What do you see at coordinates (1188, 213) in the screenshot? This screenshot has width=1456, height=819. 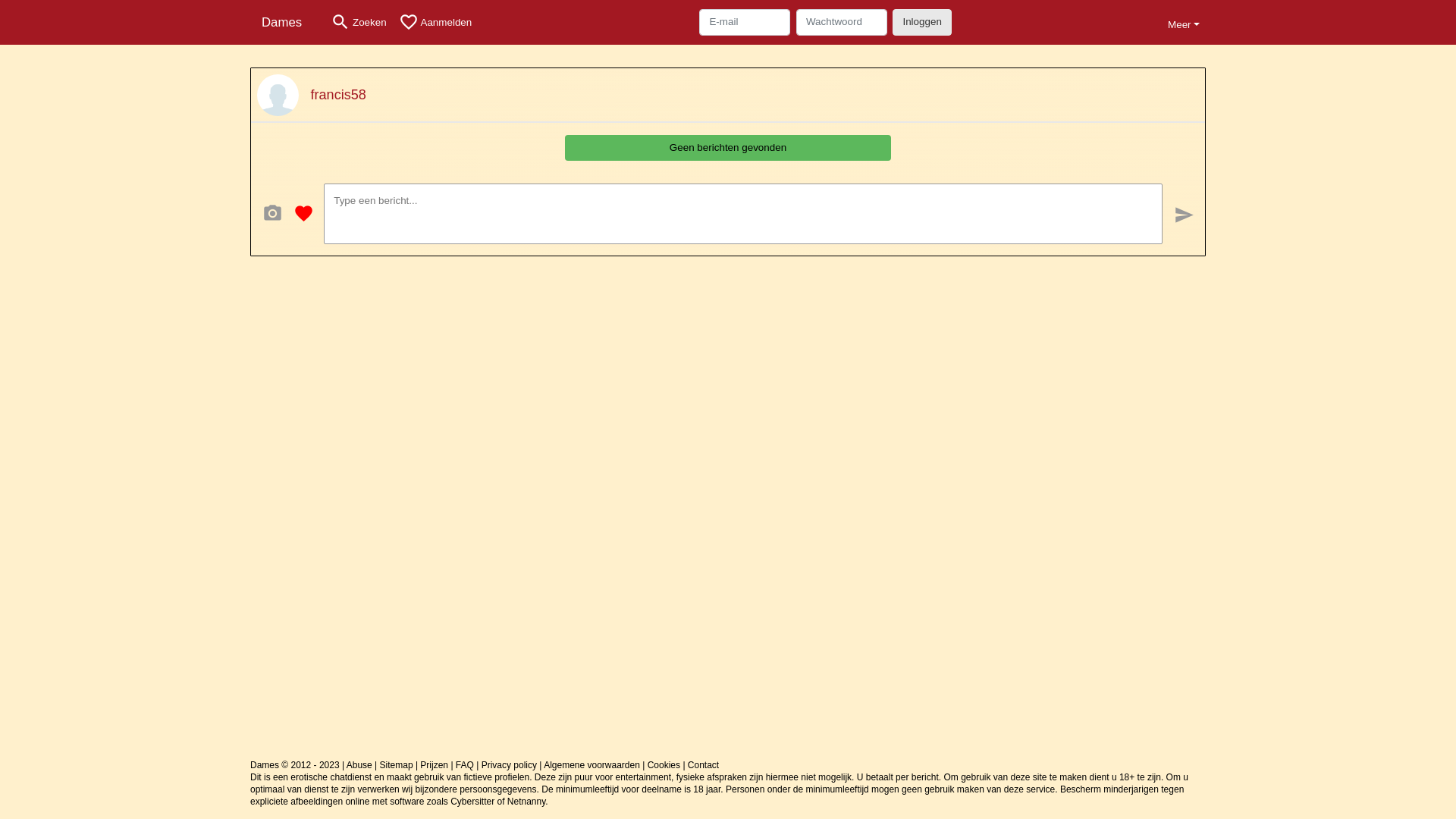 I see `'send'` at bounding box center [1188, 213].